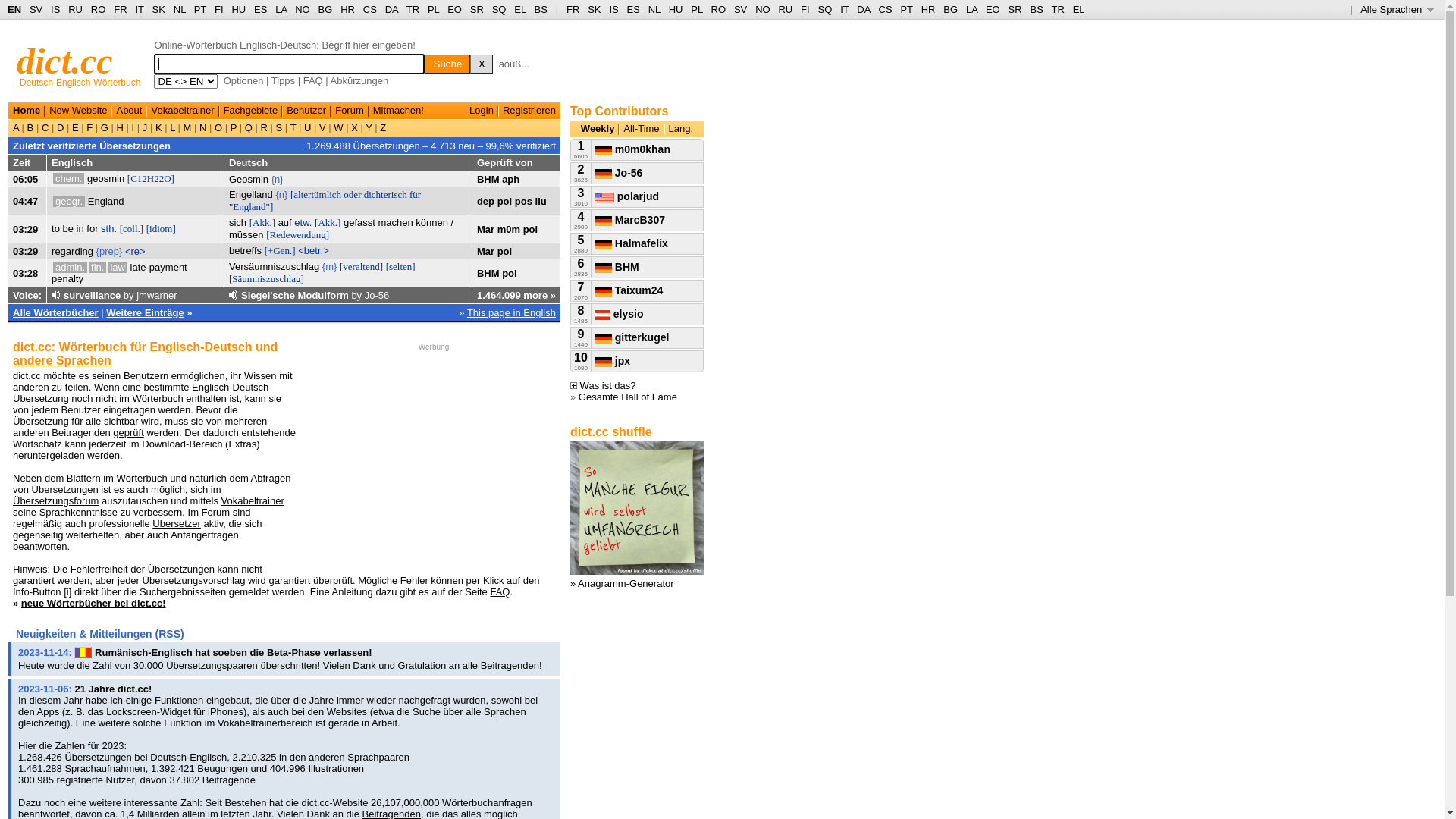 The height and width of the screenshot is (819, 1456). I want to click on 'V', so click(315, 127).